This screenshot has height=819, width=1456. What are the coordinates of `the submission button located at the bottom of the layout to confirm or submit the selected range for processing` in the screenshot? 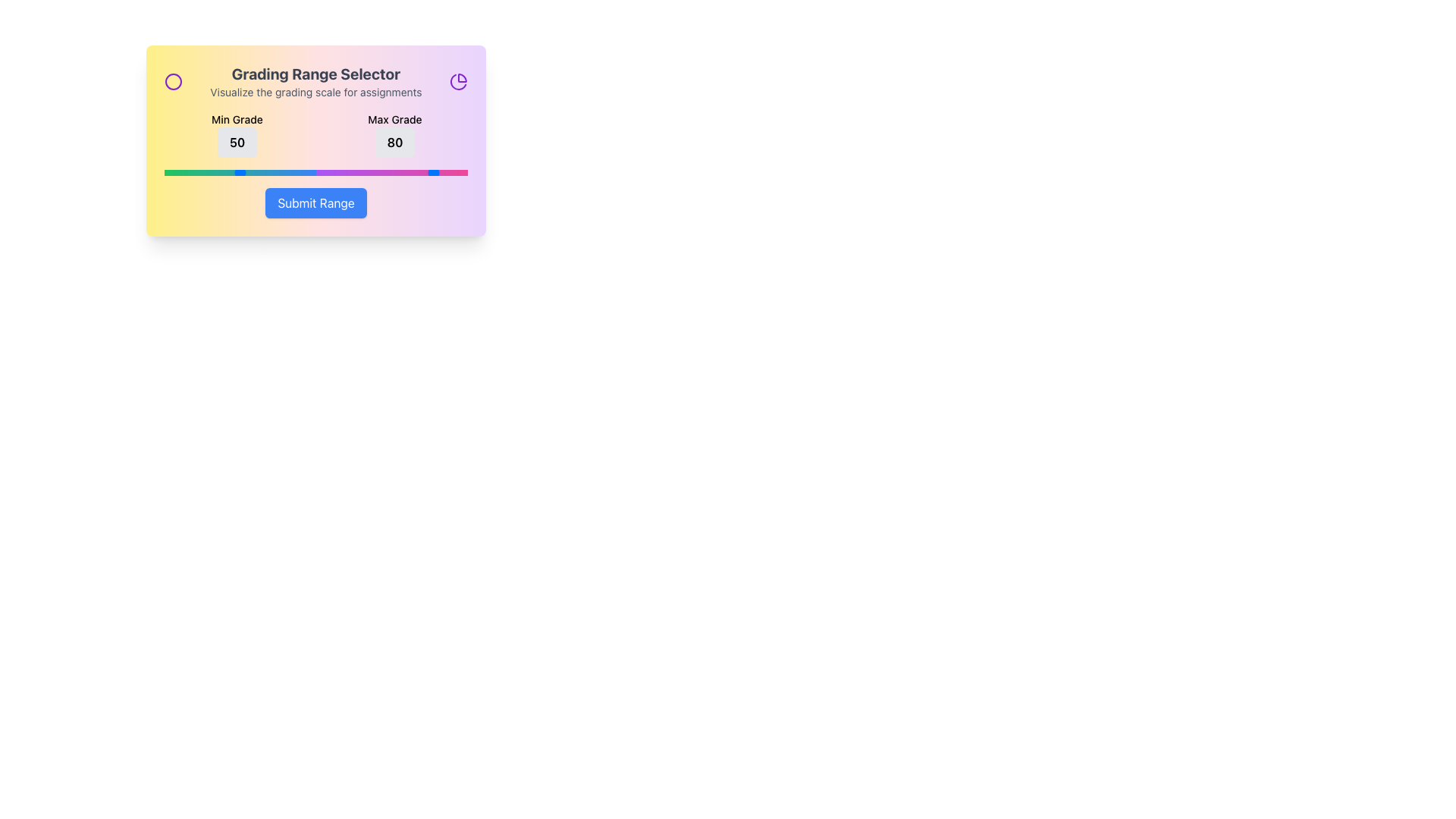 It's located at (315, 202).